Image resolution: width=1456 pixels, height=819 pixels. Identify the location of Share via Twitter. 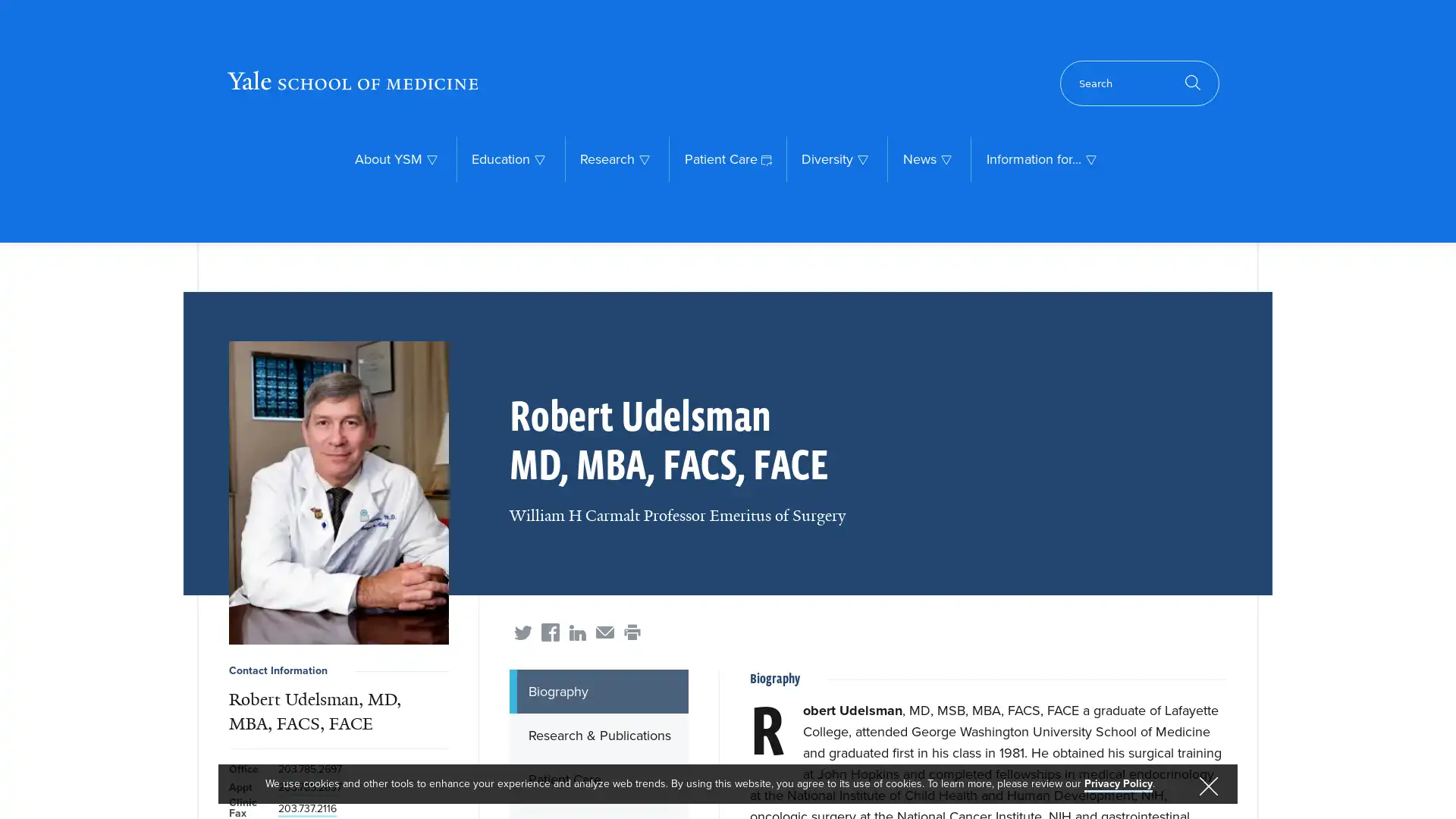
(523, 632).